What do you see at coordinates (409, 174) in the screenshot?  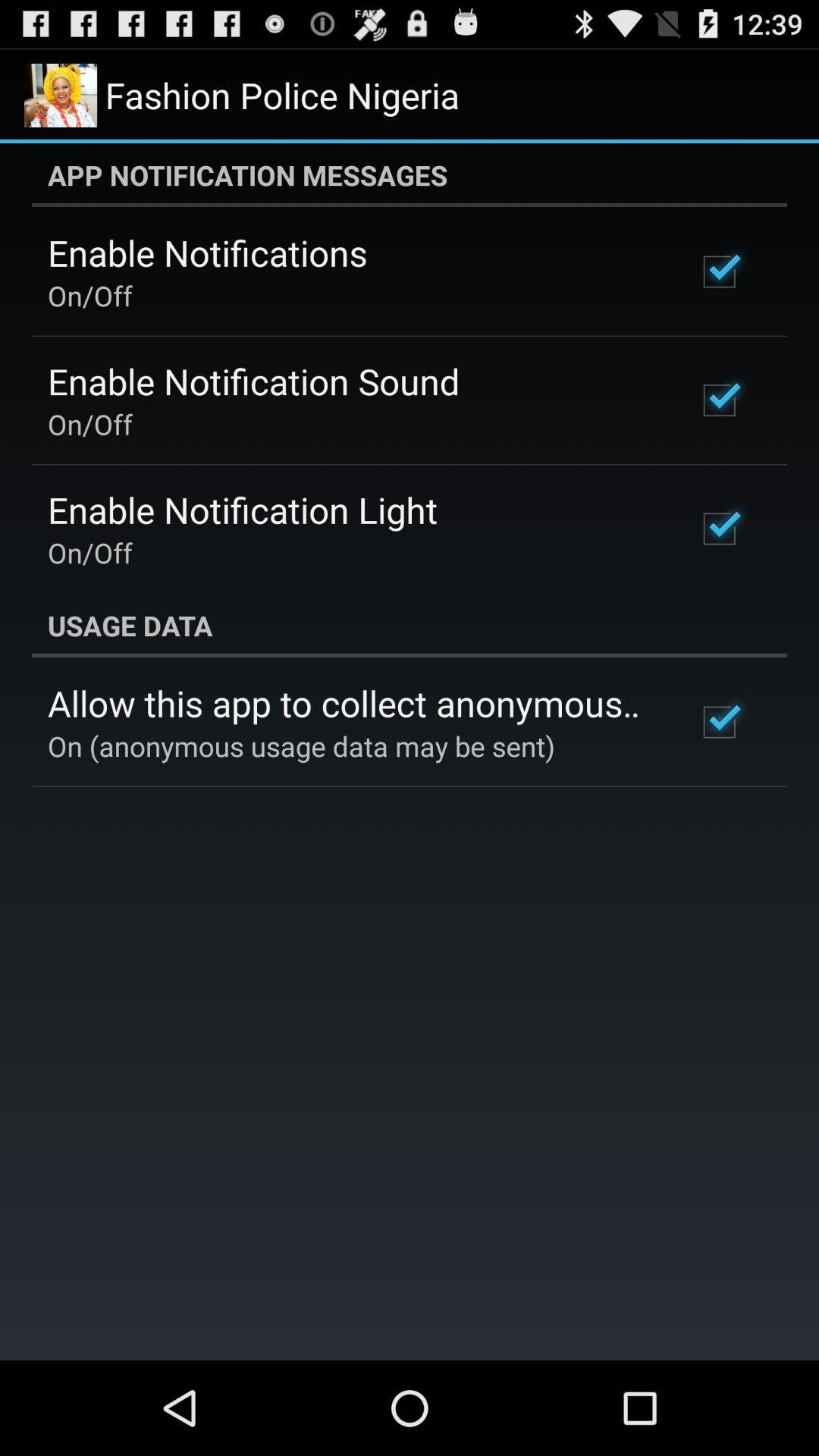 I see `the icon above the enable notifications` at bounding box center [409, 174].